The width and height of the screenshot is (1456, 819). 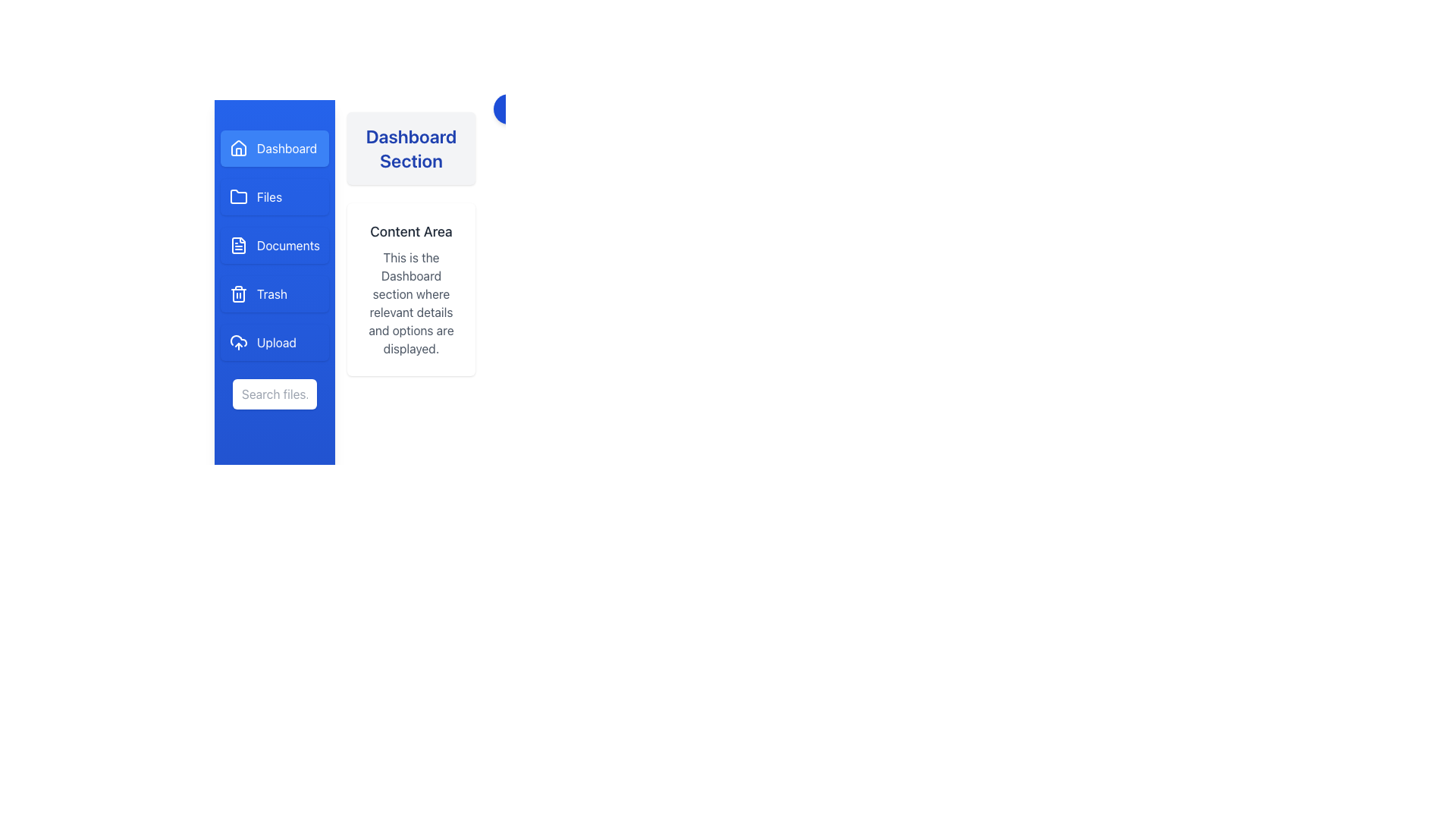 What do you see at coordinates (238, 342) in the screenshot?
I see `the cloud icon with an upward arrow, which is part of the 'Upload' button located in the vertical navigation bar` at bounding box center [238, 342].